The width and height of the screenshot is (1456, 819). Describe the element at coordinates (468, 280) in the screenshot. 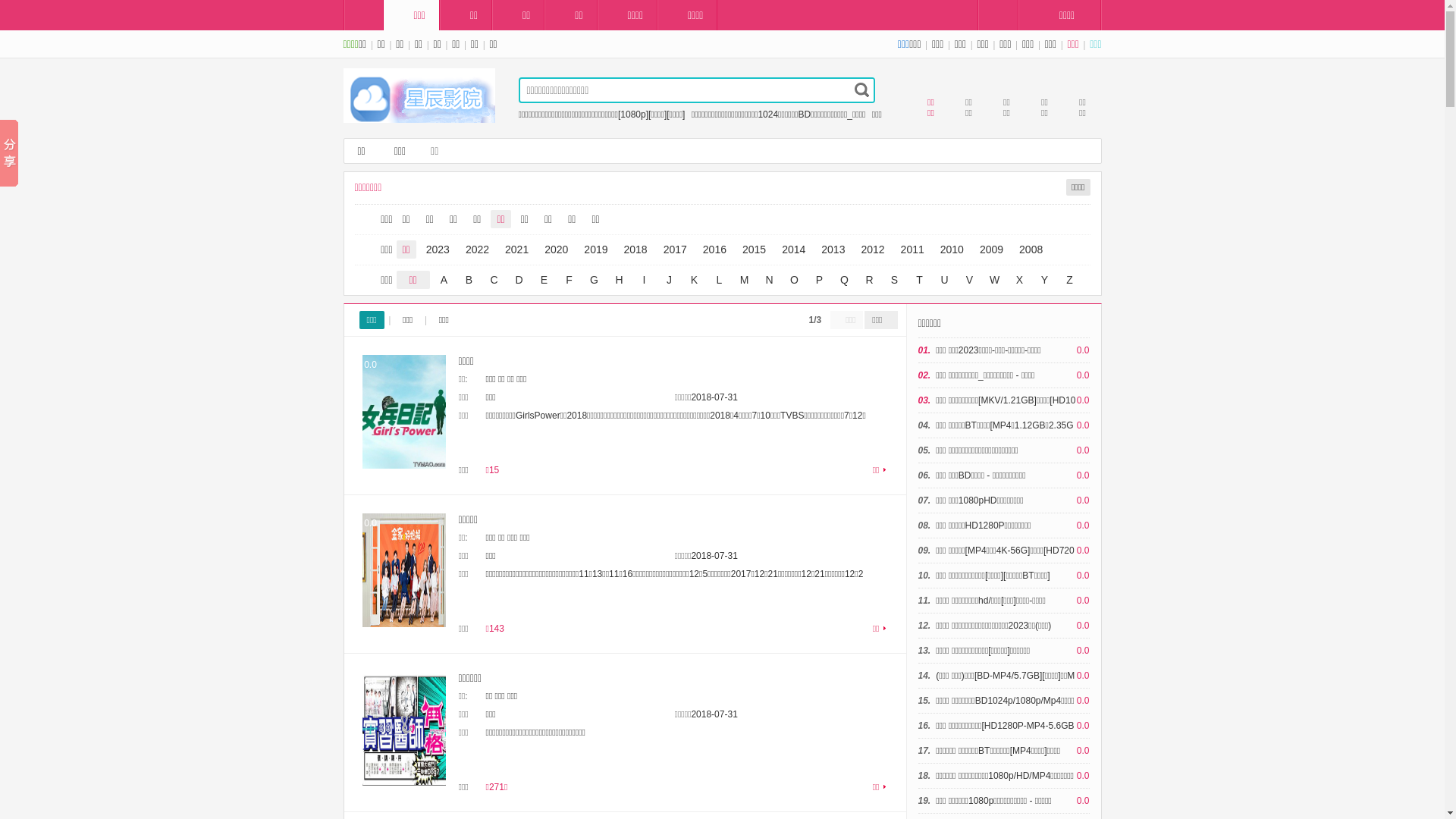

I see `'B'` at that location.